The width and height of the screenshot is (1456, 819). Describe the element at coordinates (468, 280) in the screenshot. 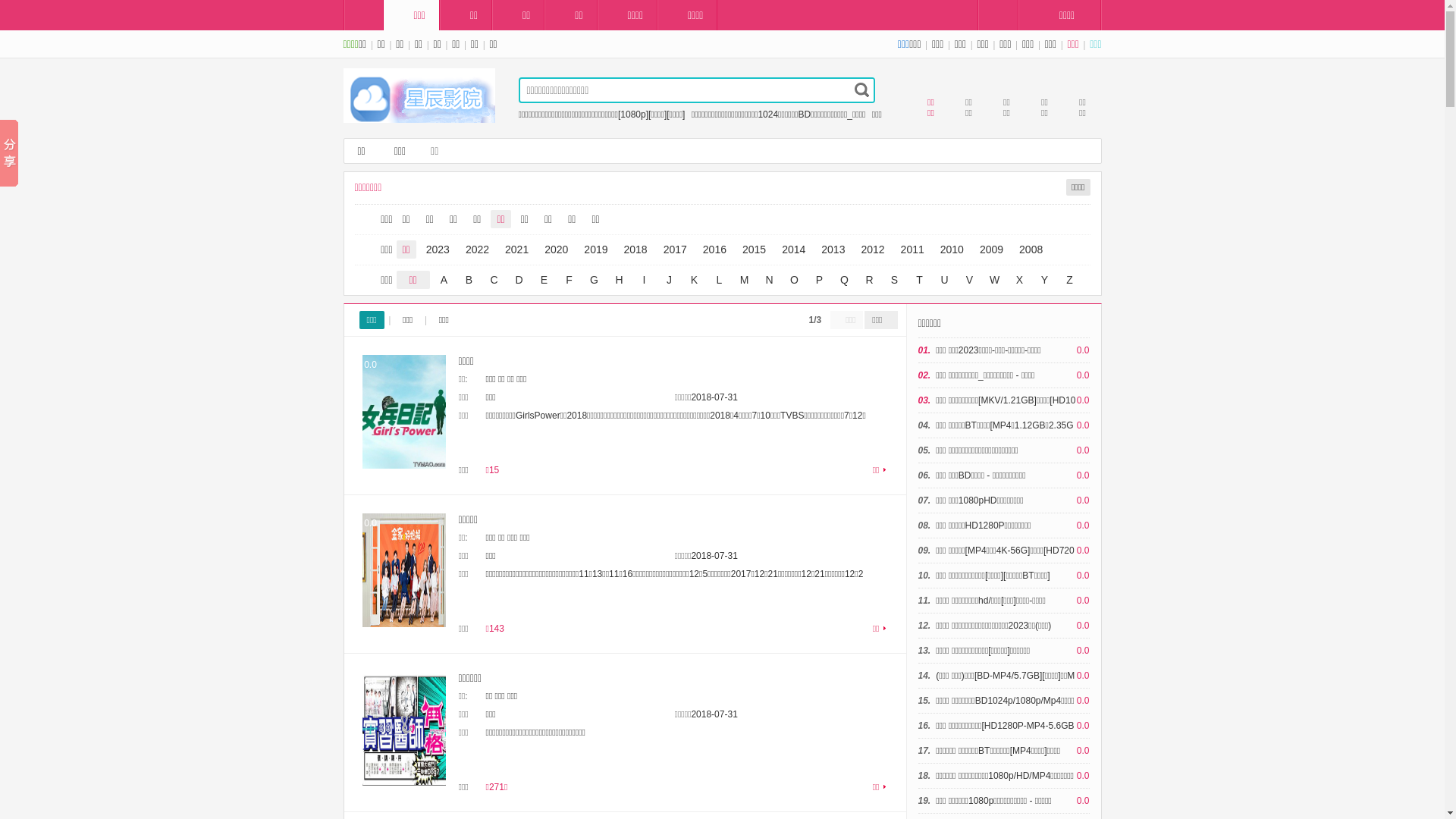

I see `'B'` at that location.